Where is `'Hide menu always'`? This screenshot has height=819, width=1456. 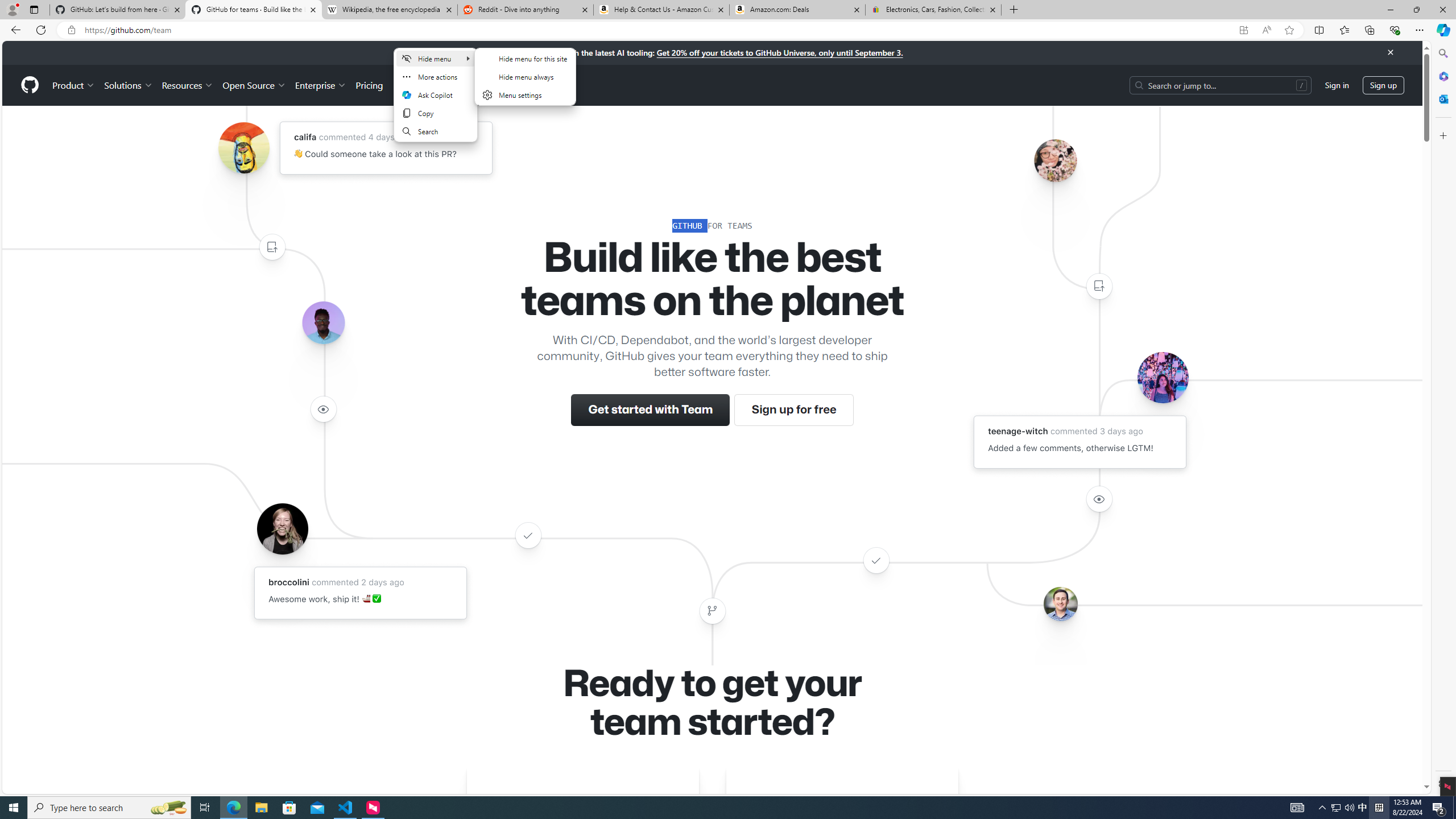
'Hide menu always' is located at coordinates (524, 76).